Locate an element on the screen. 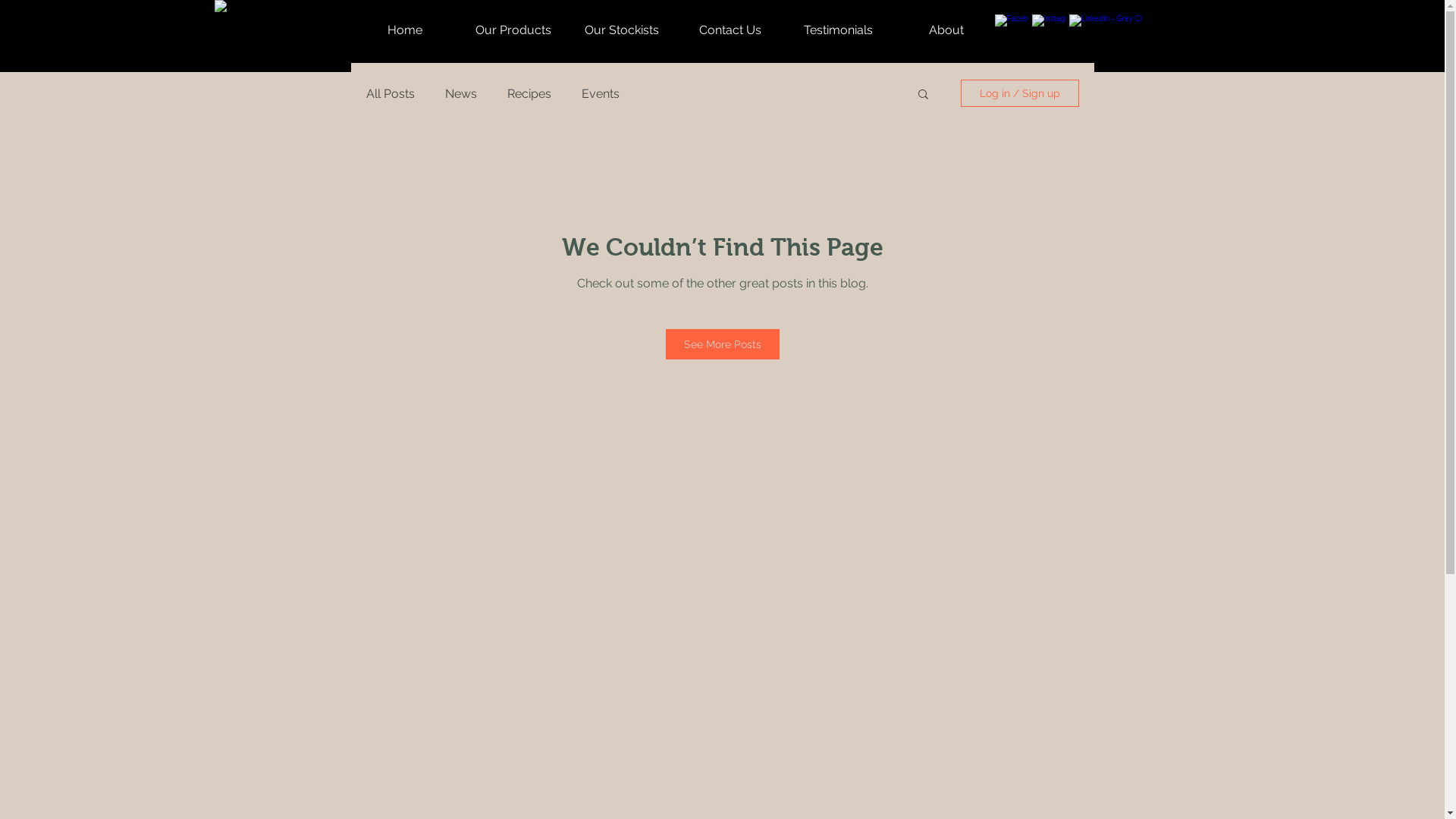 Image resolution: width=1456 pixels, height=819 pixels. 'Events' is located at coordinates (580, 93).